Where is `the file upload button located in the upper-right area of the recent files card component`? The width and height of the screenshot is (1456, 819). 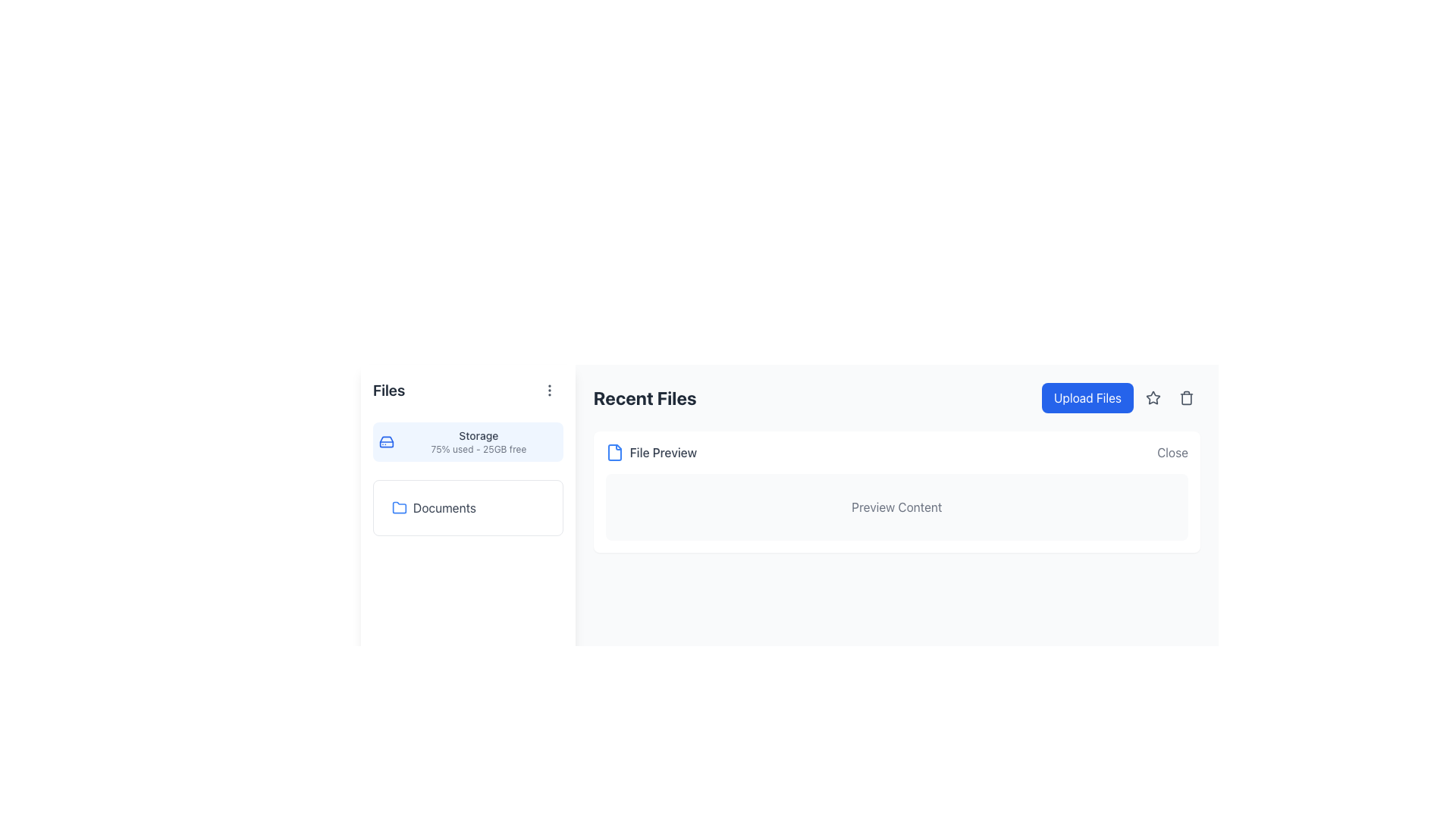
the file upload button located in the upper-right area of the recent files card component is located at coordinates (1087, 397).